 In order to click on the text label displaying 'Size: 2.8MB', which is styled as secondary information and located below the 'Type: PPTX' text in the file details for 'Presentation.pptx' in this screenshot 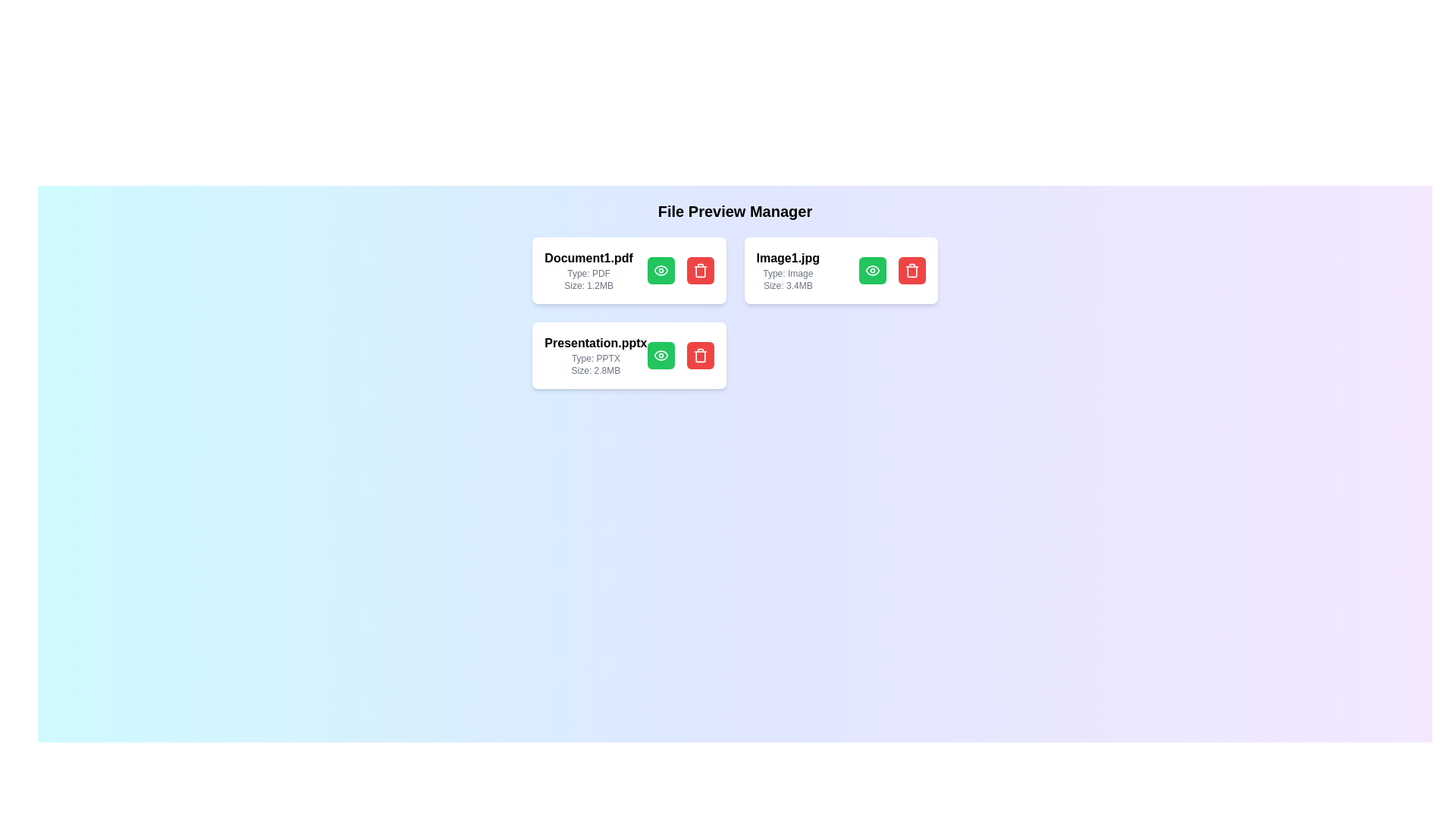, I will do `click(595, 371)`.